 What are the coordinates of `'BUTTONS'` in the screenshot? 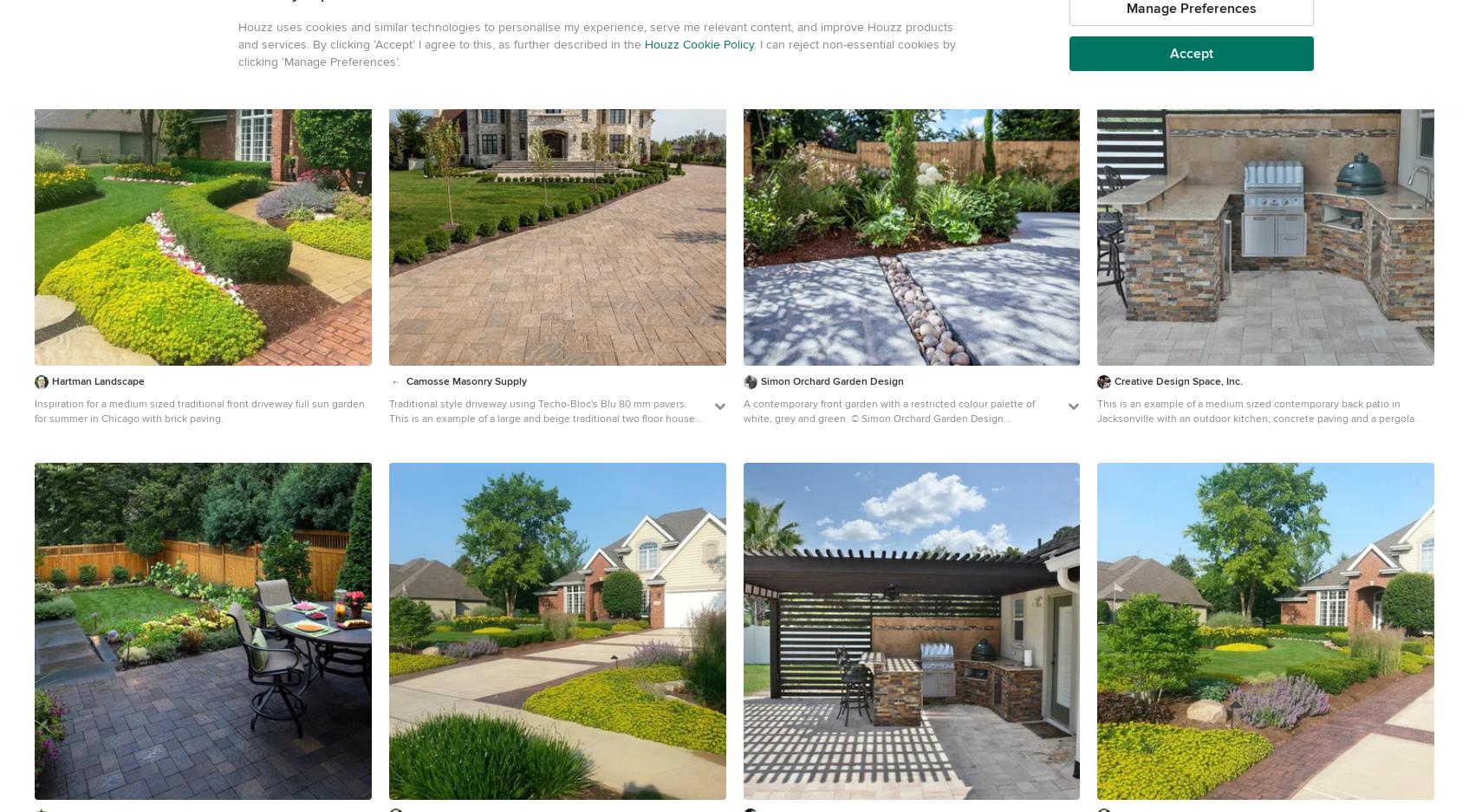 It's located at (778, 83).